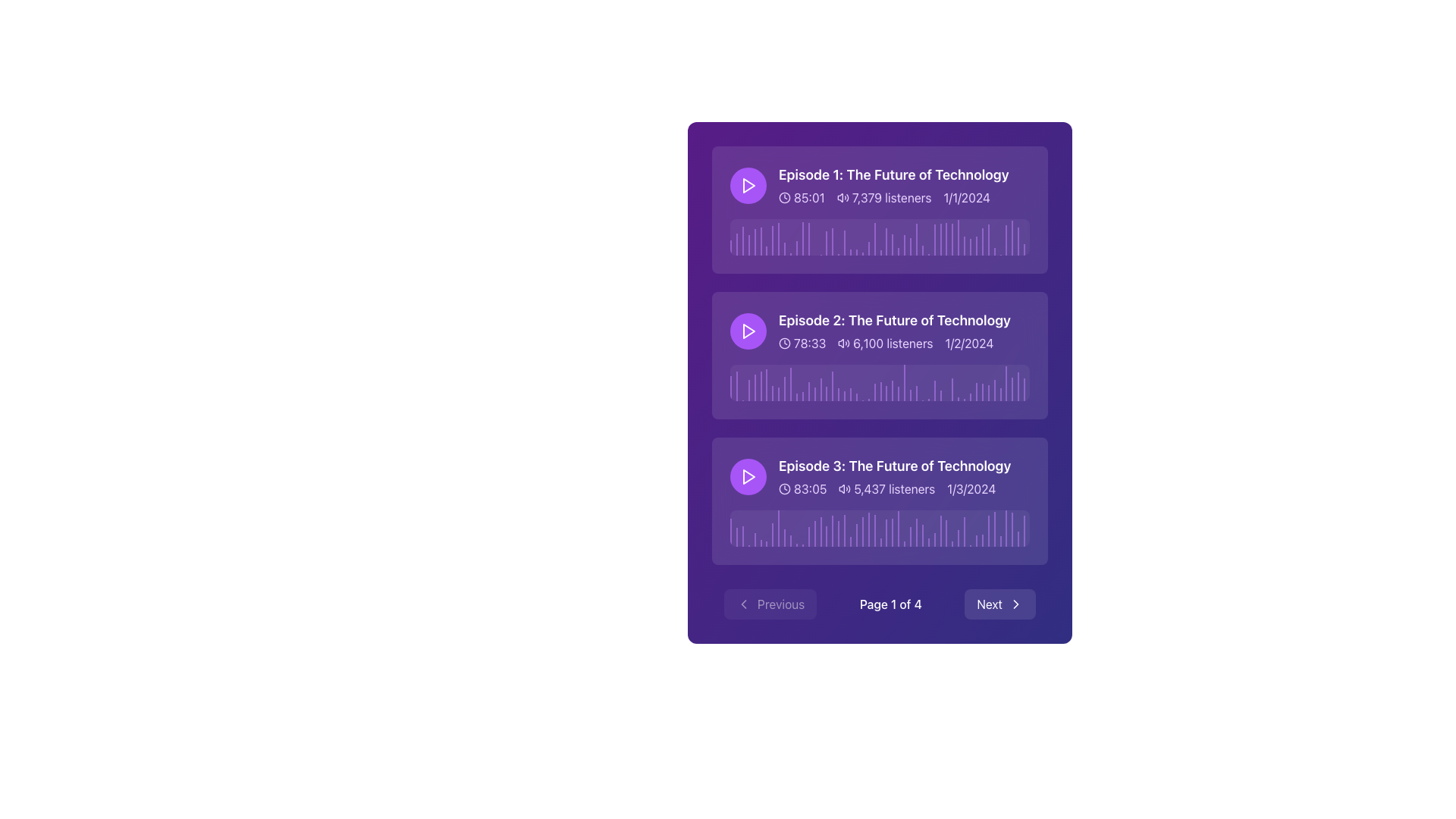 The image size is (1456, 819). What do you see at coordinates (968, 343) in the screenshot?
I see `date displayed in the text label showing '1/2/2024', which is styled in white font on a purple background at the bottom-right corner of the second card in a list` at bounding box center [968, 343].